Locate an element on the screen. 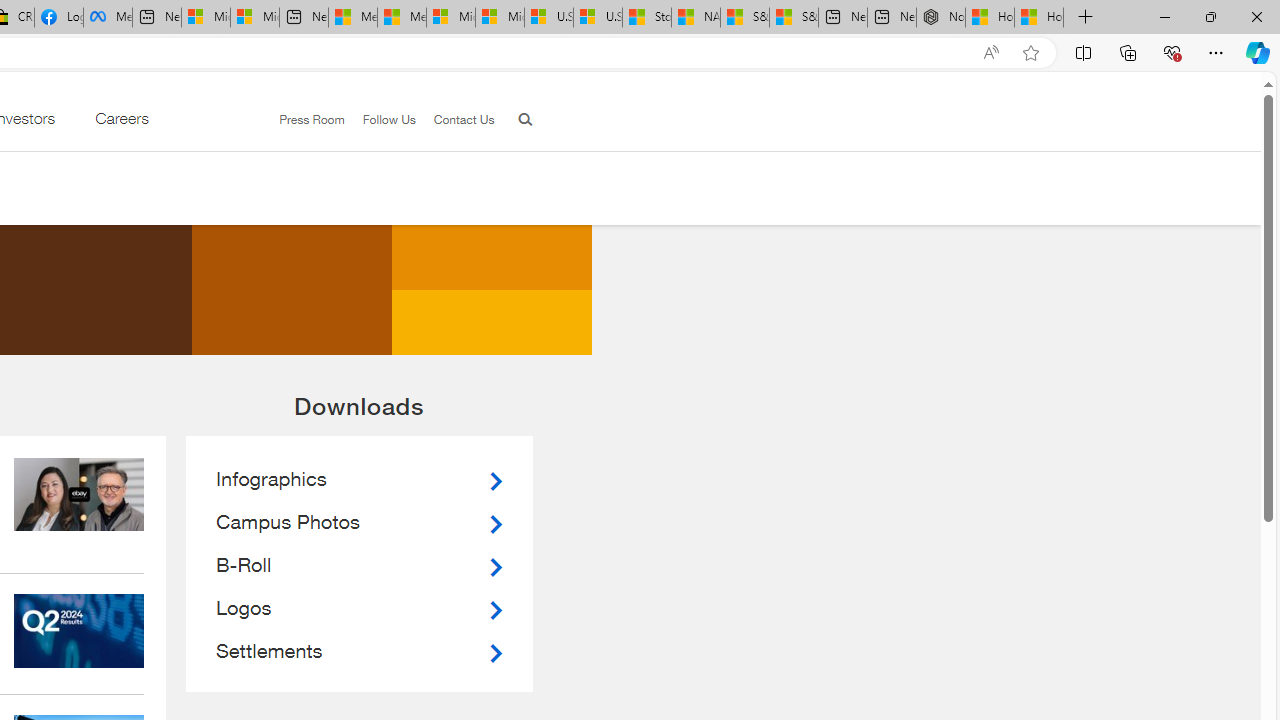 The image size is (1280, 720). 'Press Room' is located at coordinates (311, 119).